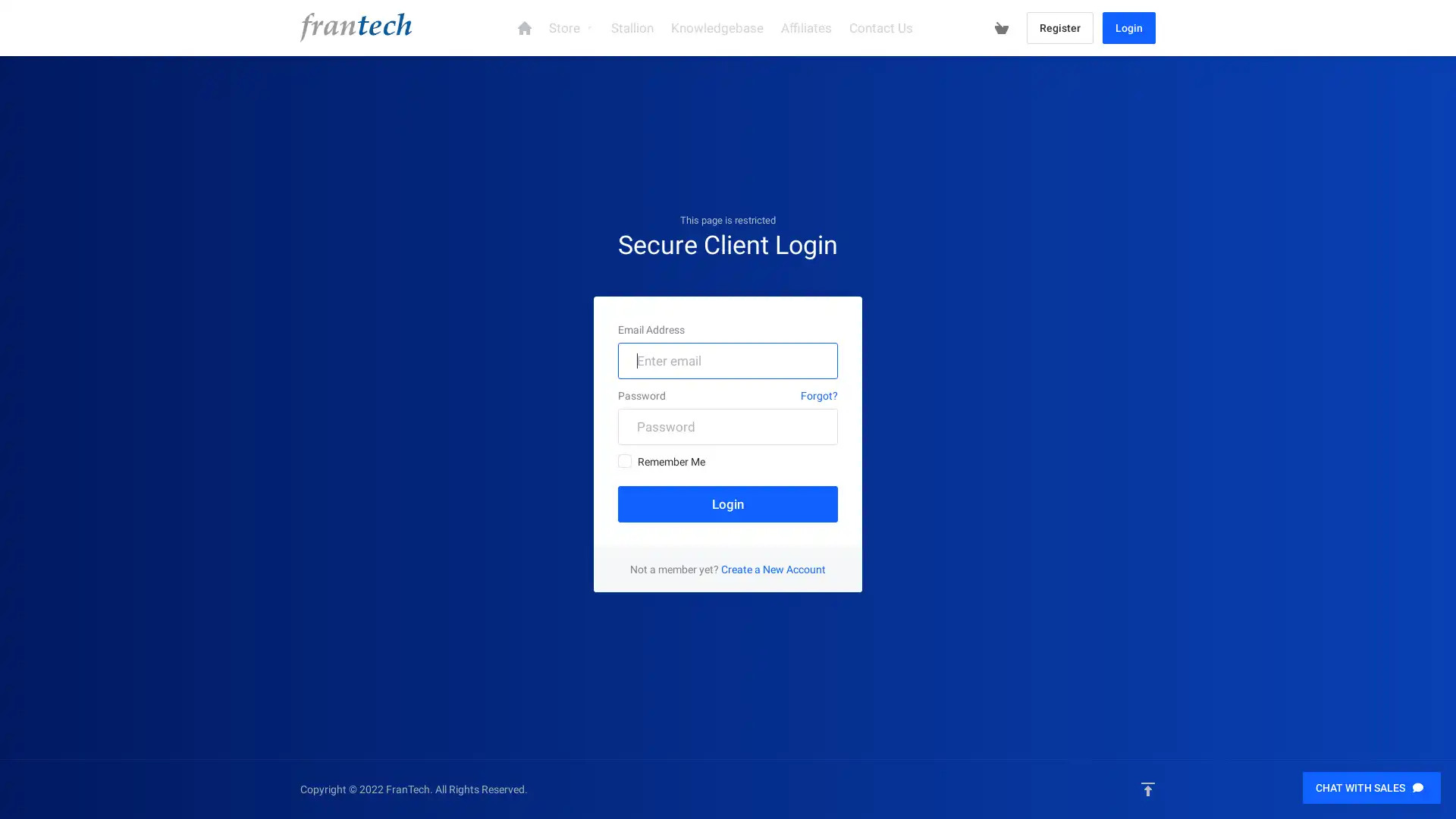 The width and height of the screenshot is (1456, 819). I want to click on Login, so click(728, 503).